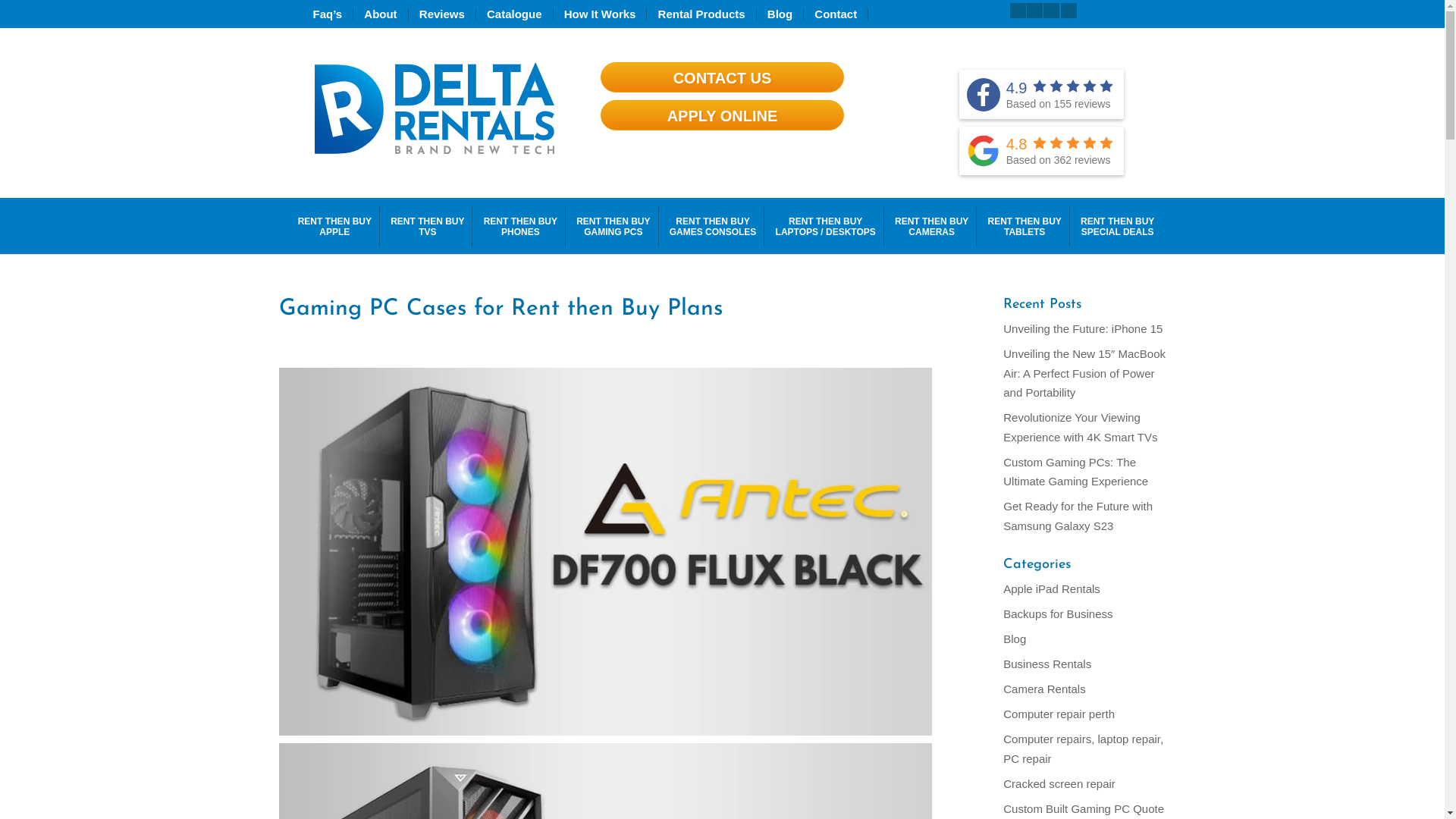 This screenshot has width=1456, height=819. I want to click on 'Apple iPad Rentals', so click(1051, 588).